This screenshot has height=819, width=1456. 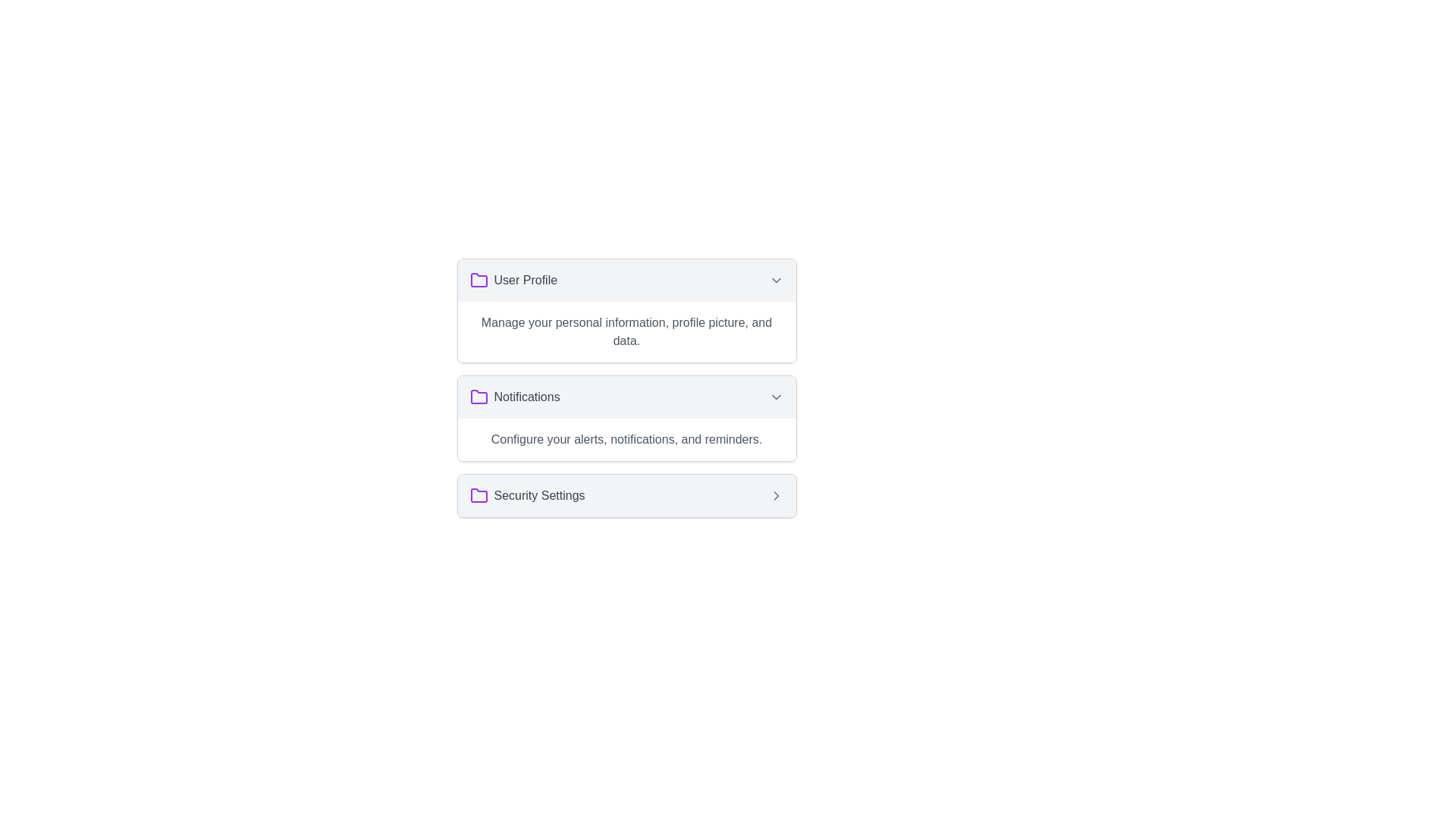 What do you see at coordinates (776, 496) in the screenshot?
I see `the rightward-pointing chevron icon in the far-right corner of the 'Security Settings' section` at bounding box center [776, 496].